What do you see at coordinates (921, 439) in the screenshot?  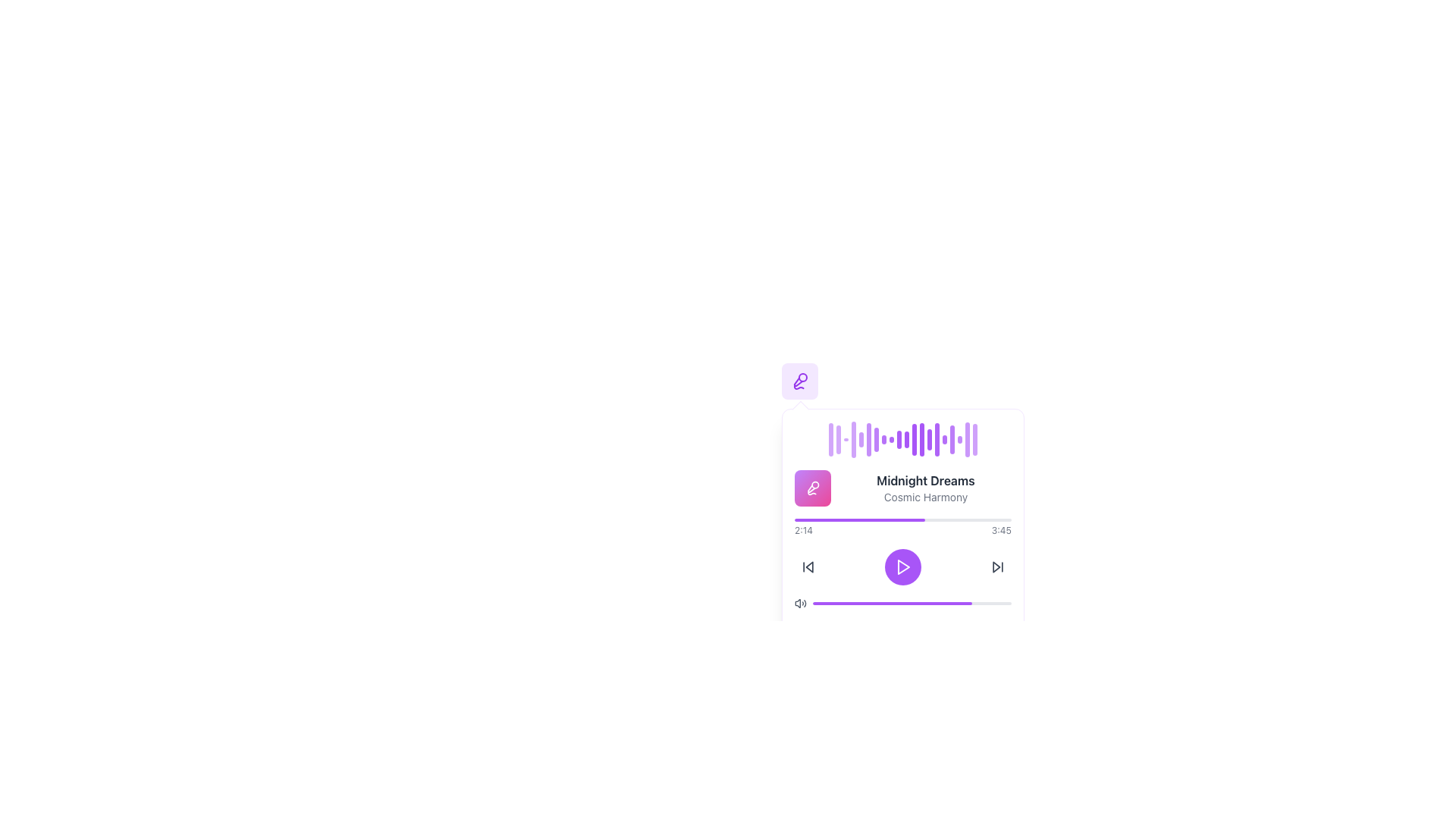 I see `the twelfth vertically aligned purple Waveform bar located above the title 'Midnight Dreams'` at bounding box center [921, 439].